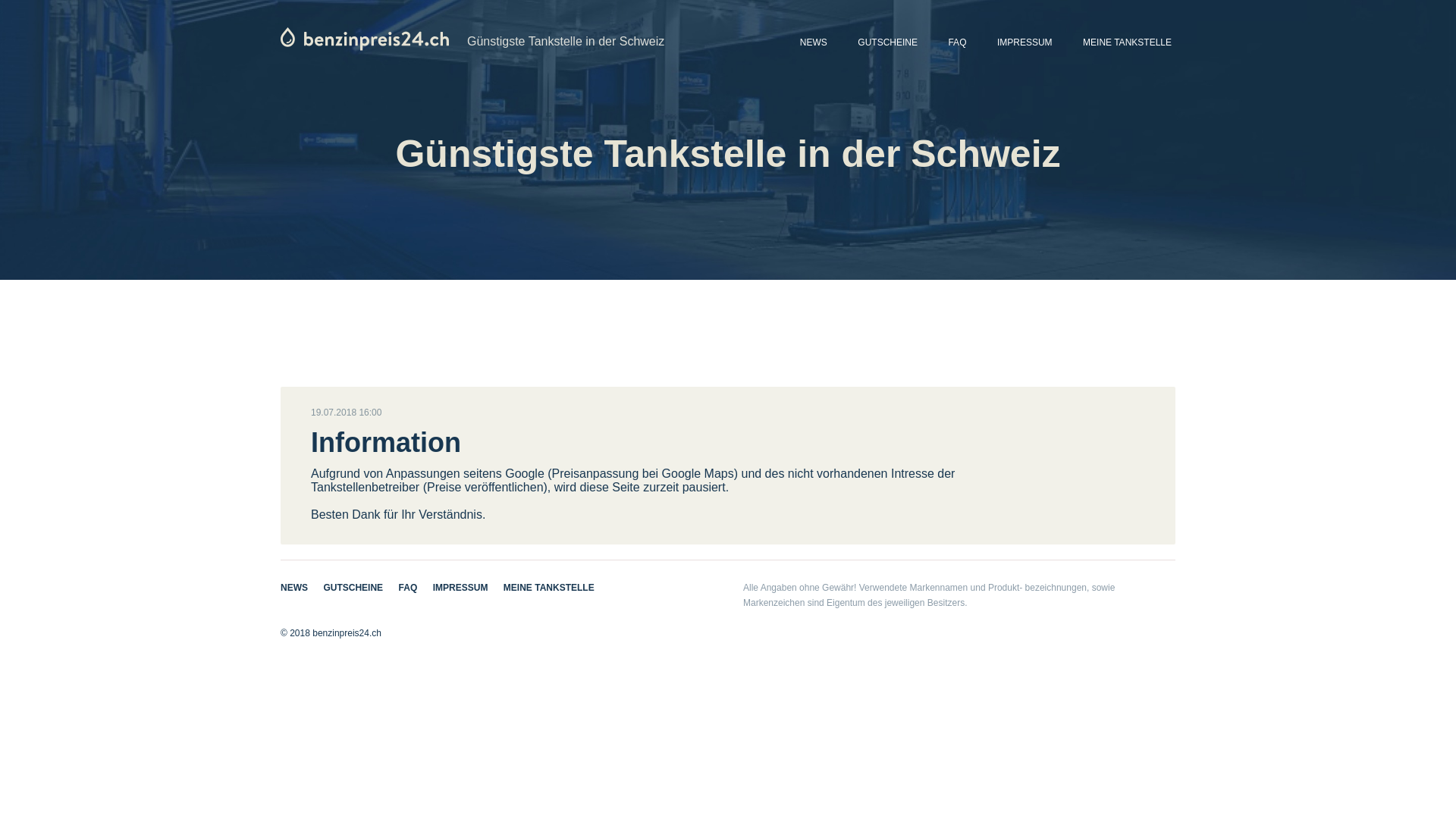 Image resolution: width=1456 pixels, height=819 pixels. Describe the element at coordinates (887, 42) in the screenshot. I see `'GUTSCHEINE'` at that location.